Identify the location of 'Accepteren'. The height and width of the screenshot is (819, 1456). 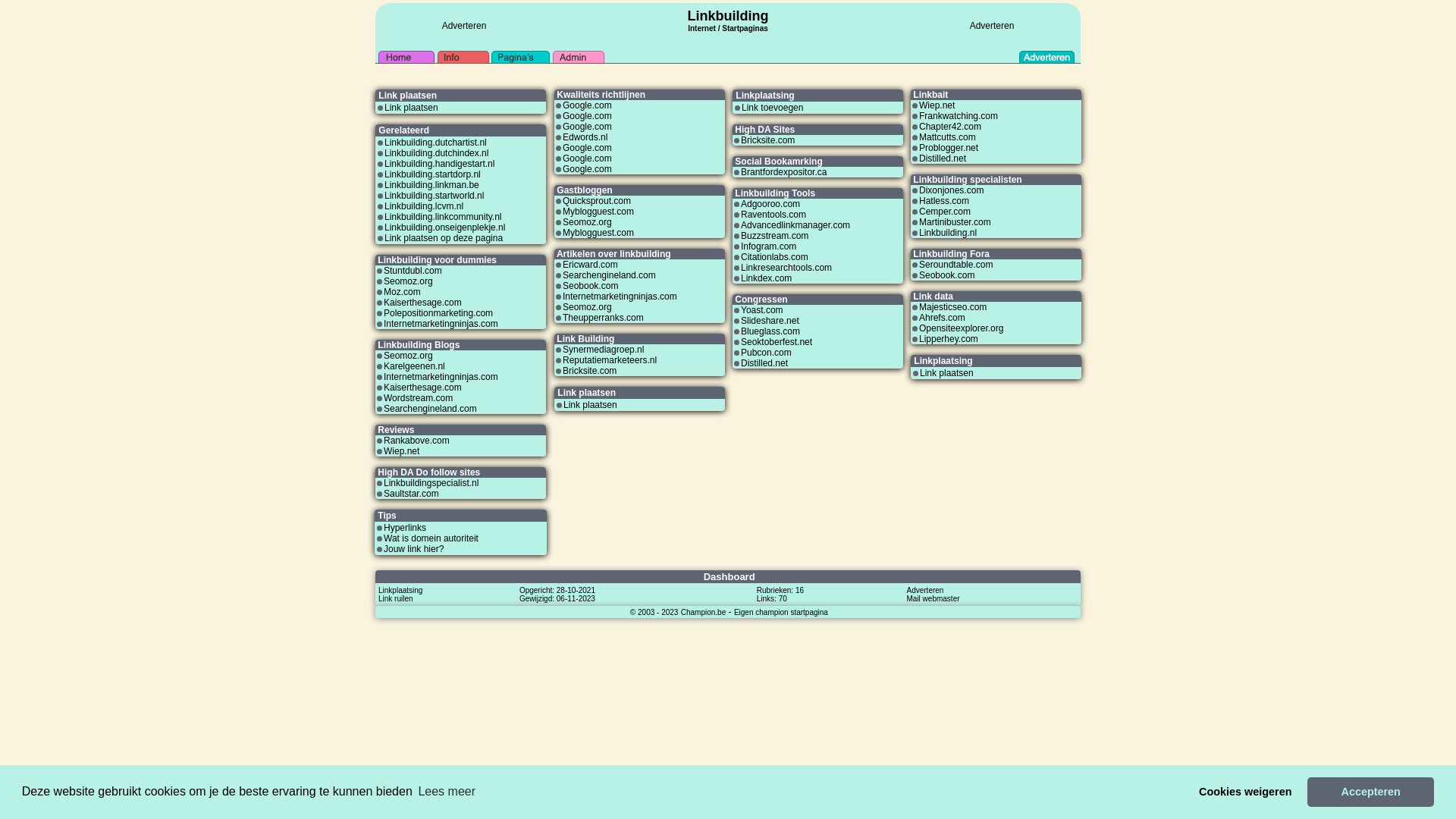
(1370, 791).